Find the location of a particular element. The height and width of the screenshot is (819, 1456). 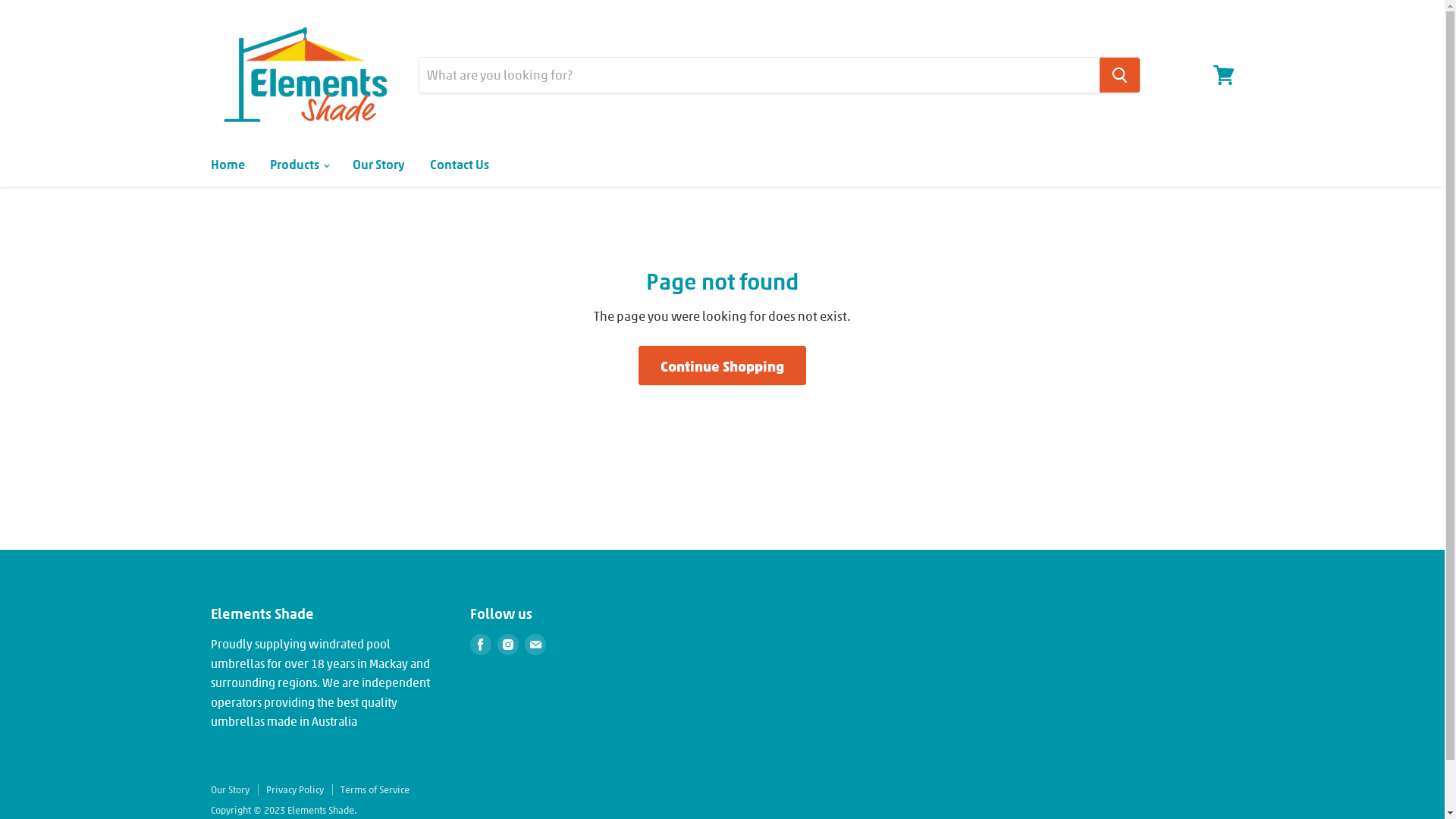

'Home' is located at coordinates (226, 164).